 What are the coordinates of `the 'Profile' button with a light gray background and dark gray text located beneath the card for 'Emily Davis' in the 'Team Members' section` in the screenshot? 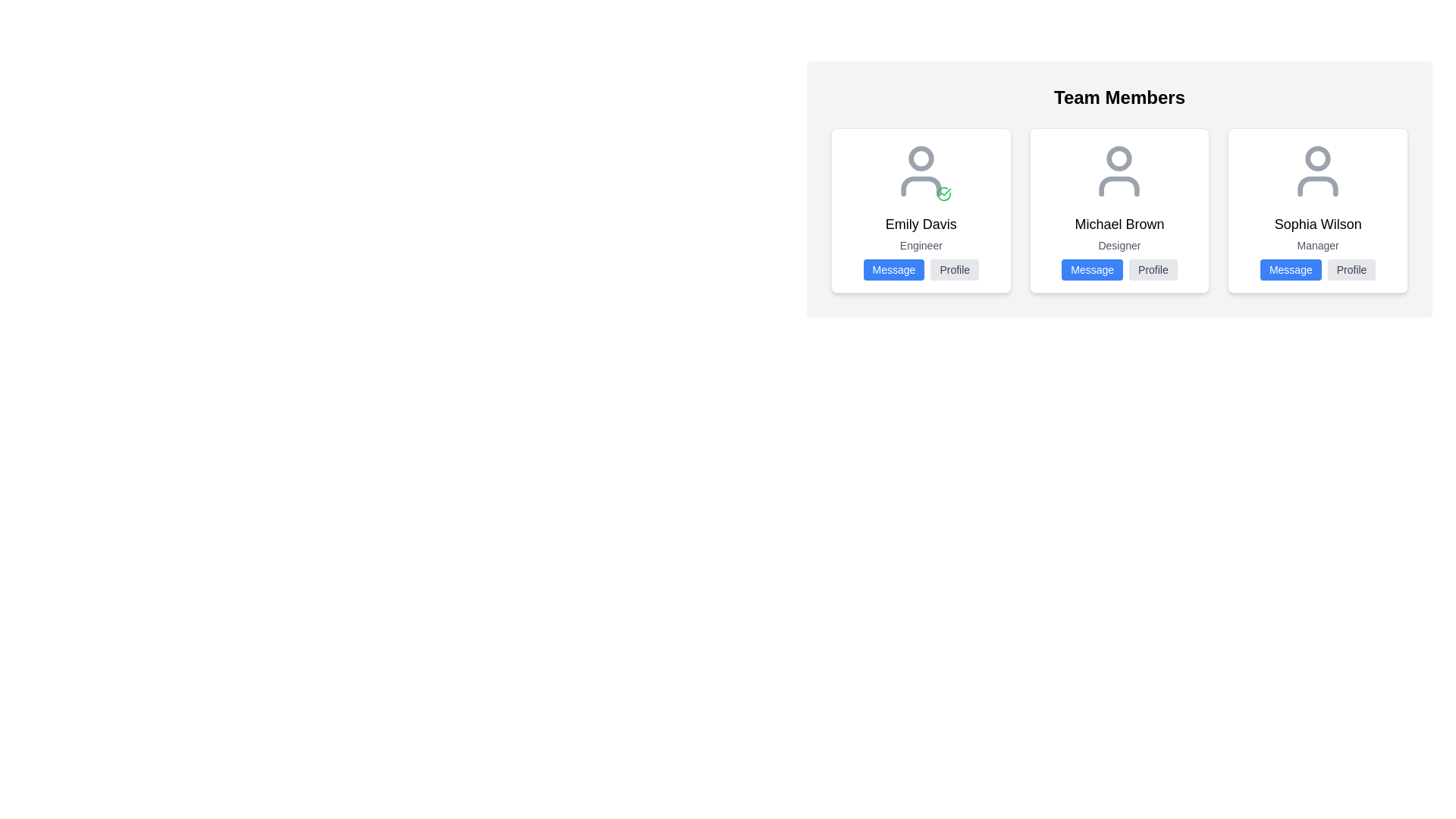 It's located at (954, 268).